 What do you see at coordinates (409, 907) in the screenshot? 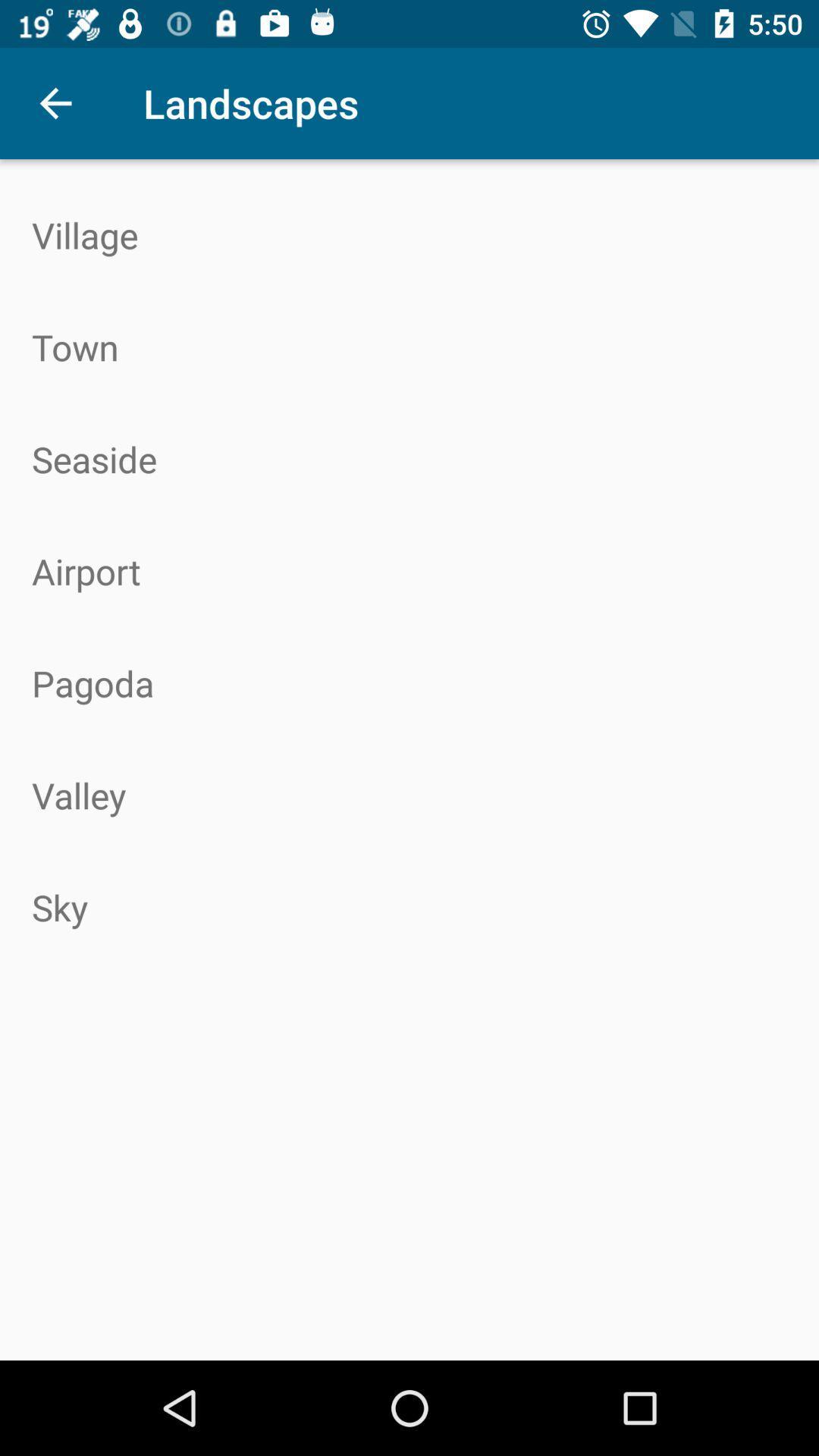
I see `sky` at bounding box center [409, 907].